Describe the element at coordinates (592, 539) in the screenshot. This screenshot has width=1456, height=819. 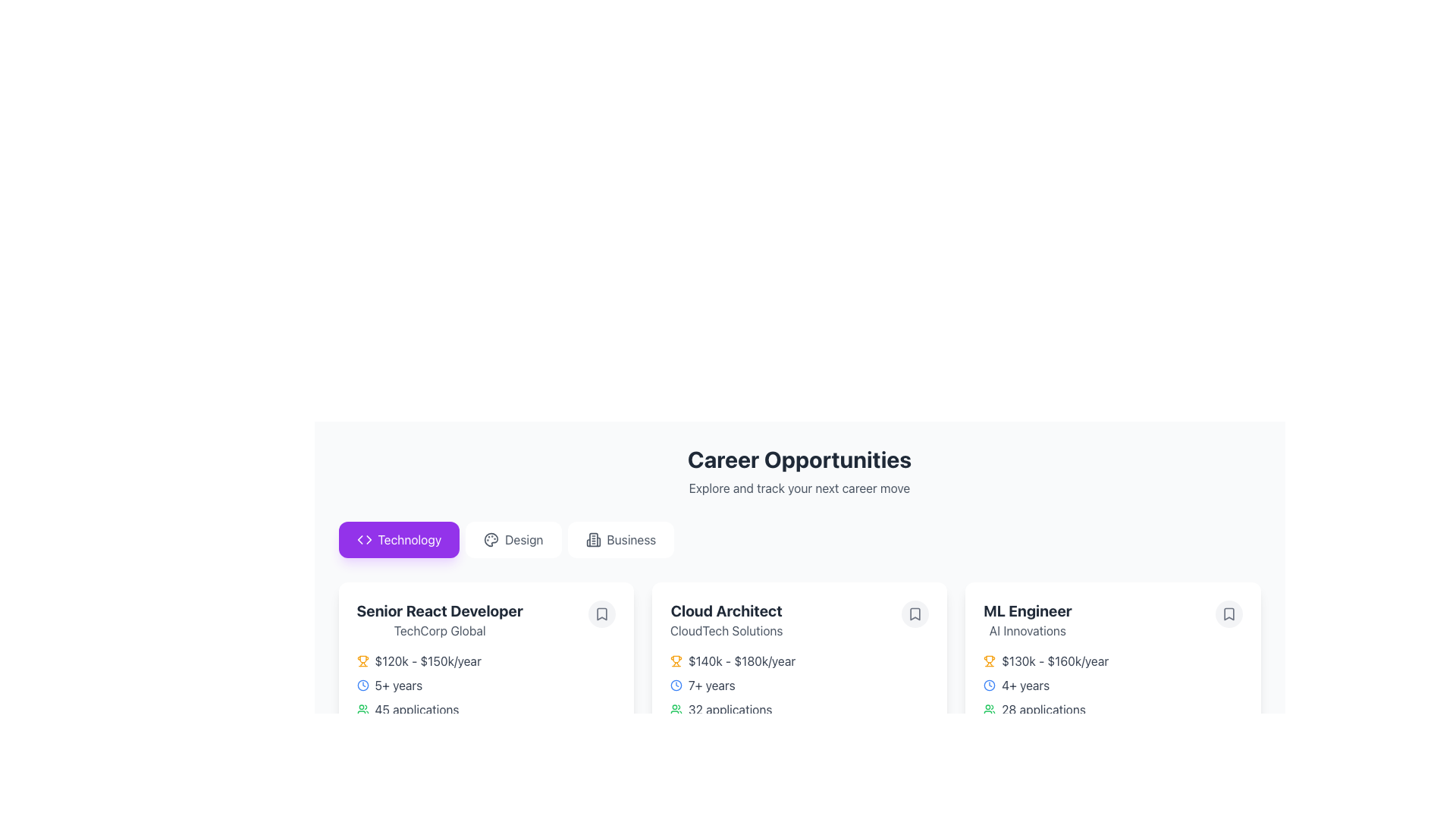
I see `the building icon within the 'Business' group, located below the 'Career Opportunities' header` at that location.